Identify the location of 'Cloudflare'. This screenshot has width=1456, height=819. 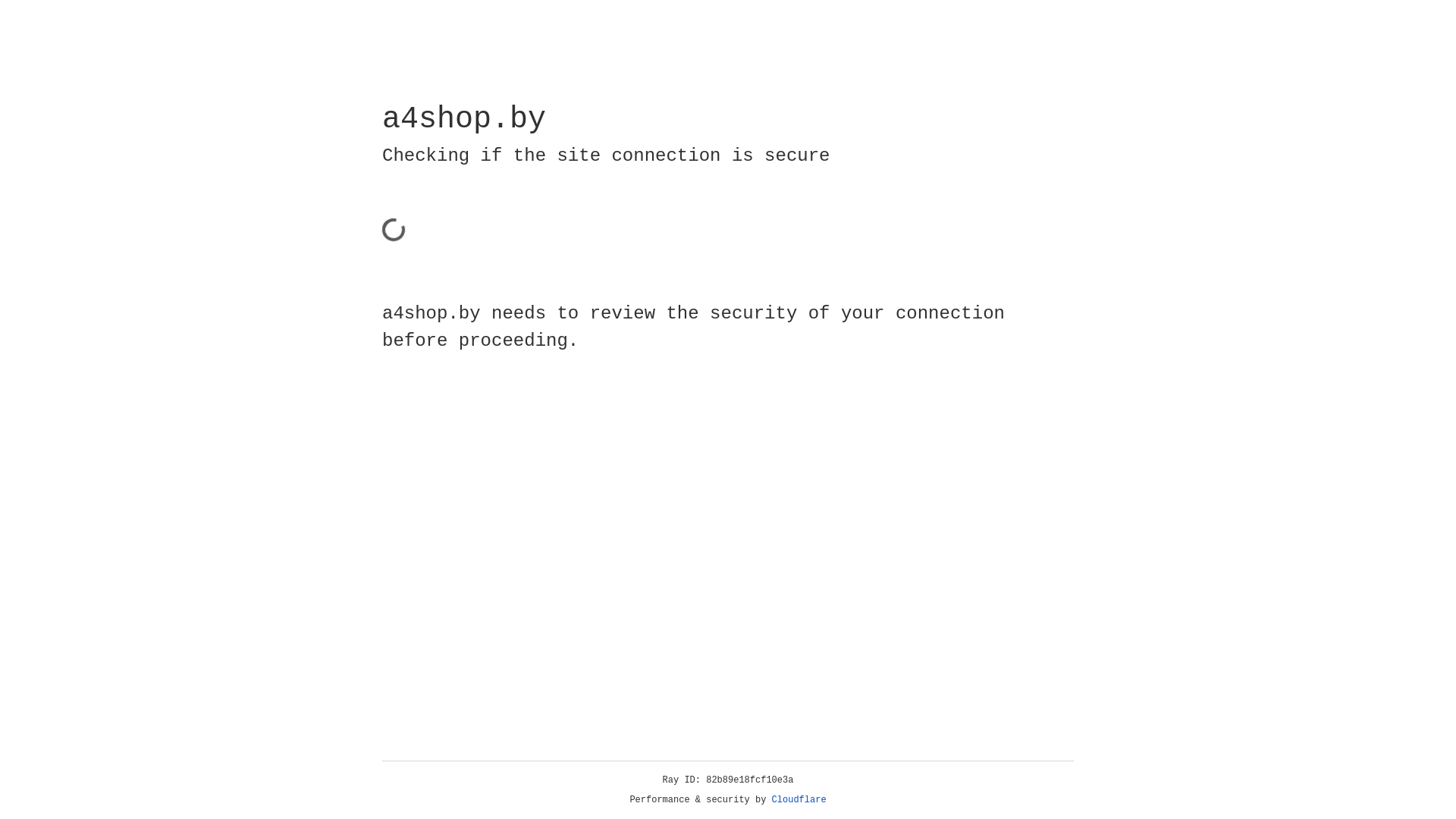
(771, 799).